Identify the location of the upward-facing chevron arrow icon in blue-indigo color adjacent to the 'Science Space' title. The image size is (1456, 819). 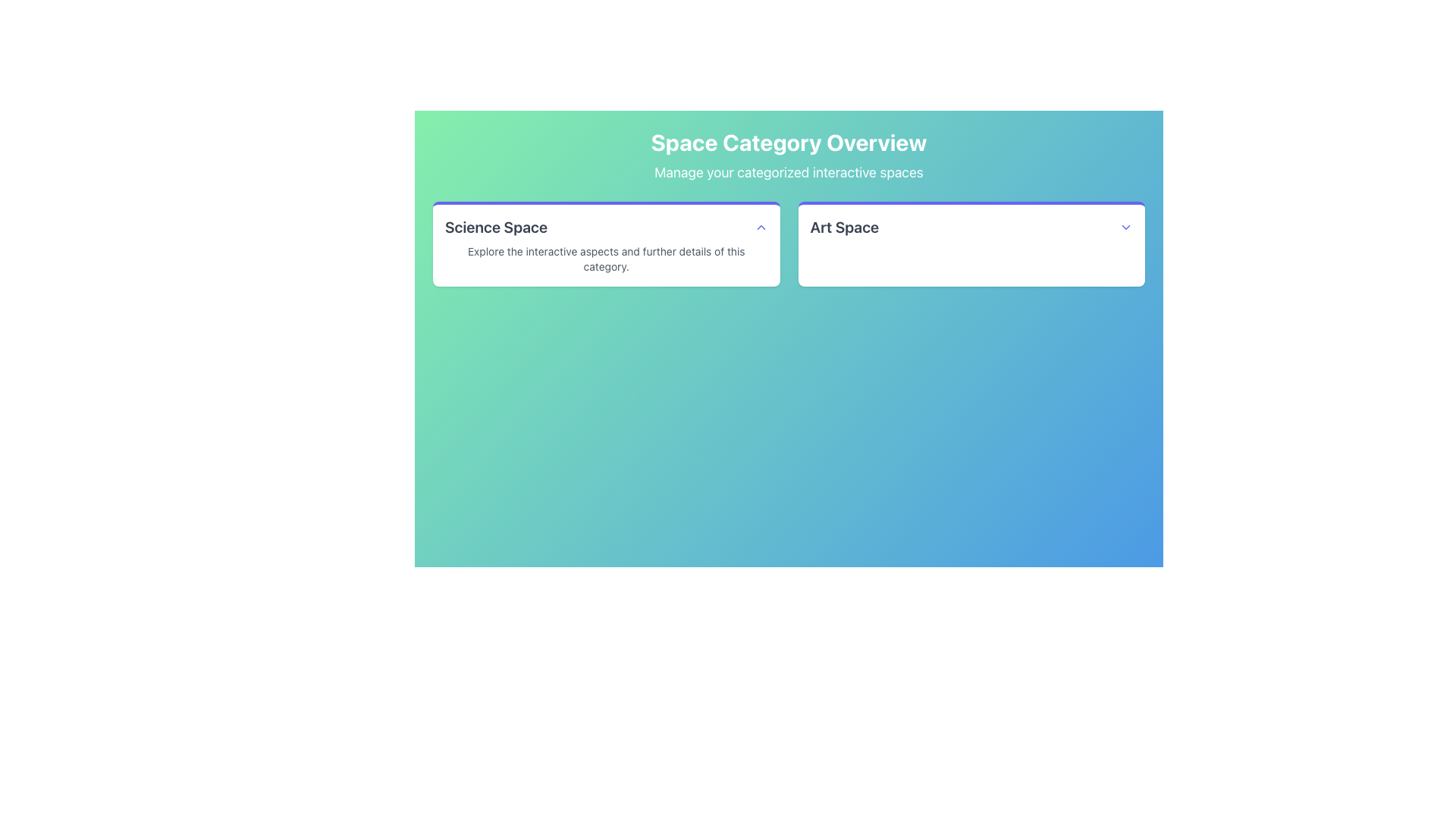
(761, 227).